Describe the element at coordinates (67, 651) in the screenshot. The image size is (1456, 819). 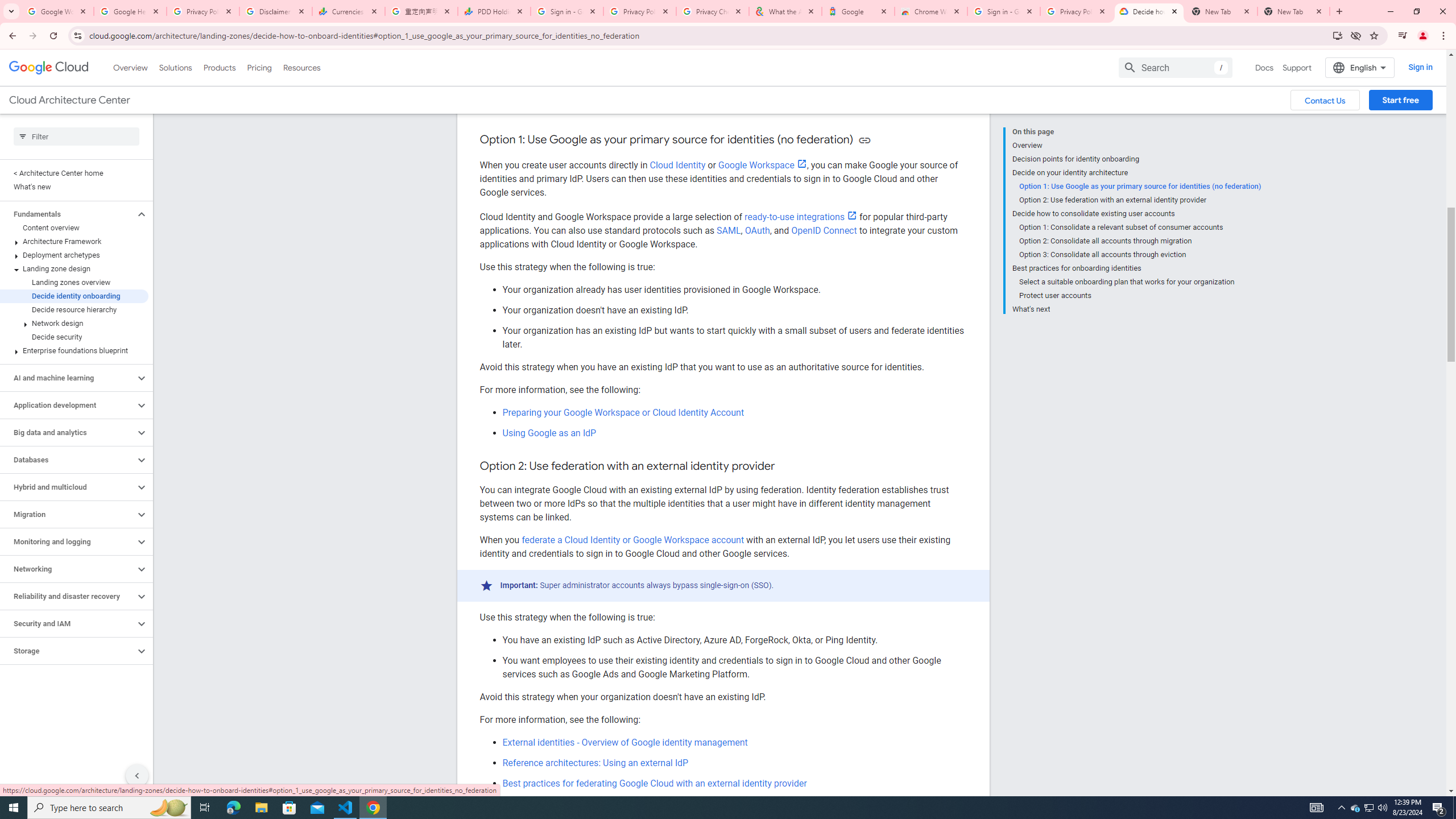
I see `'Storage'` at that location.